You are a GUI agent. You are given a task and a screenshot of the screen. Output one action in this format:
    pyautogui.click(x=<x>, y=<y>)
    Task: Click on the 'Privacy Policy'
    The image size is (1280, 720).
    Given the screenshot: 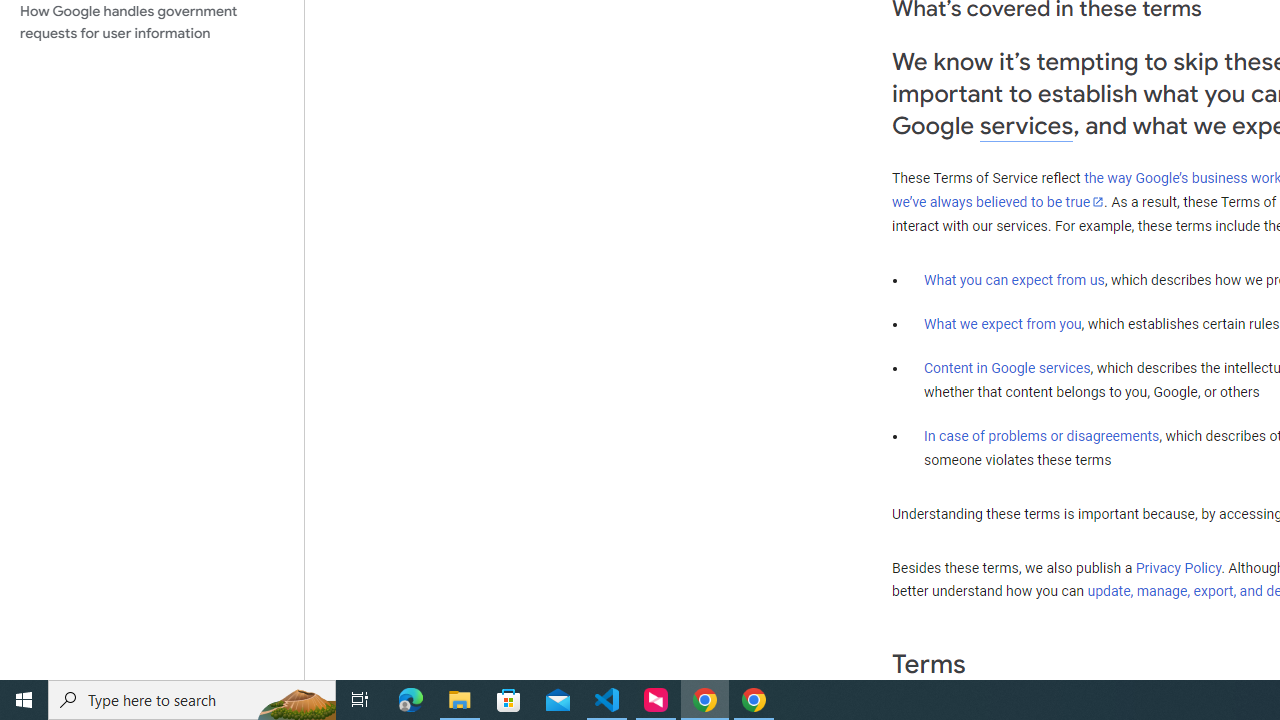 What is the action you would take?
    pyautogui.click(x=1178, y=567)
    